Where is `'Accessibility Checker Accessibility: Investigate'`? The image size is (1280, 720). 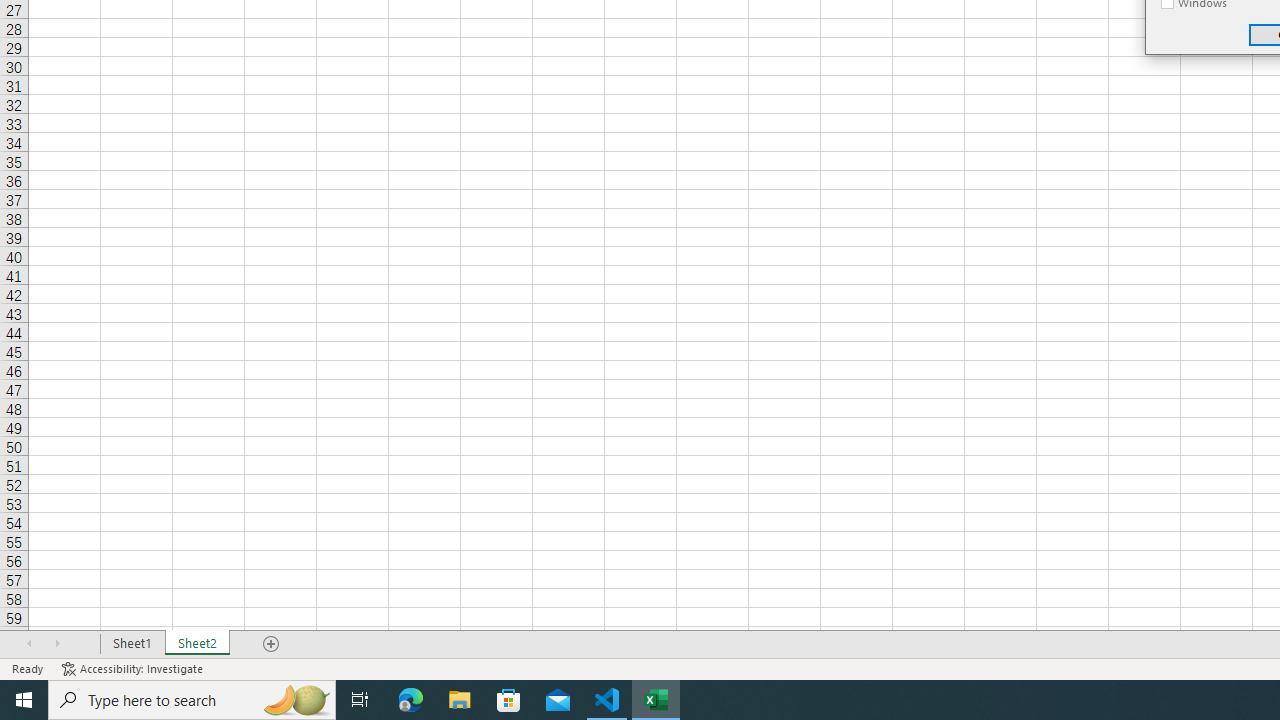
'Accessibility Checker Accessibility: Investigate' is located at coordinates (133, 669).